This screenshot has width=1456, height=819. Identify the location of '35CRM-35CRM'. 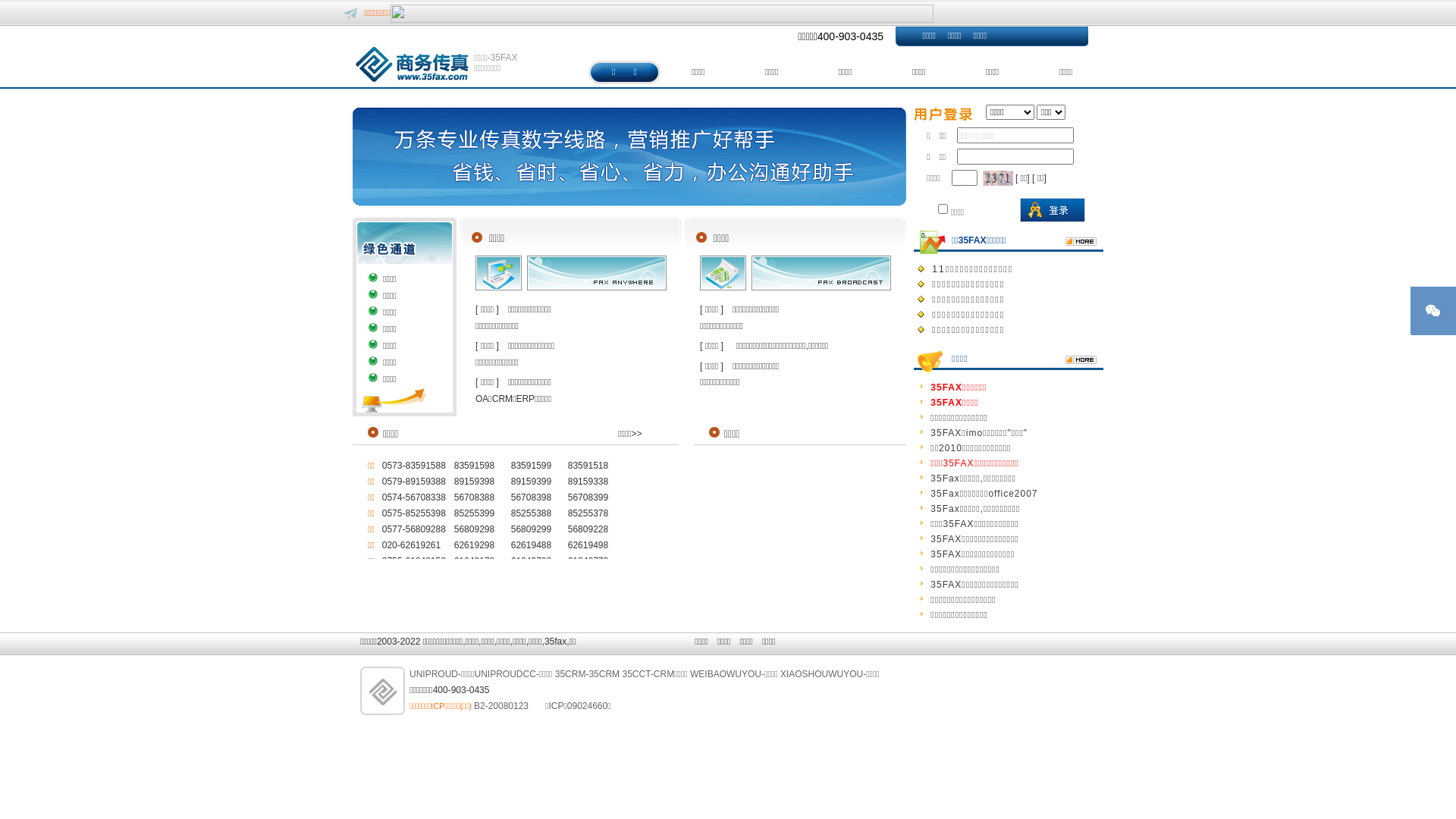
(554, 673).